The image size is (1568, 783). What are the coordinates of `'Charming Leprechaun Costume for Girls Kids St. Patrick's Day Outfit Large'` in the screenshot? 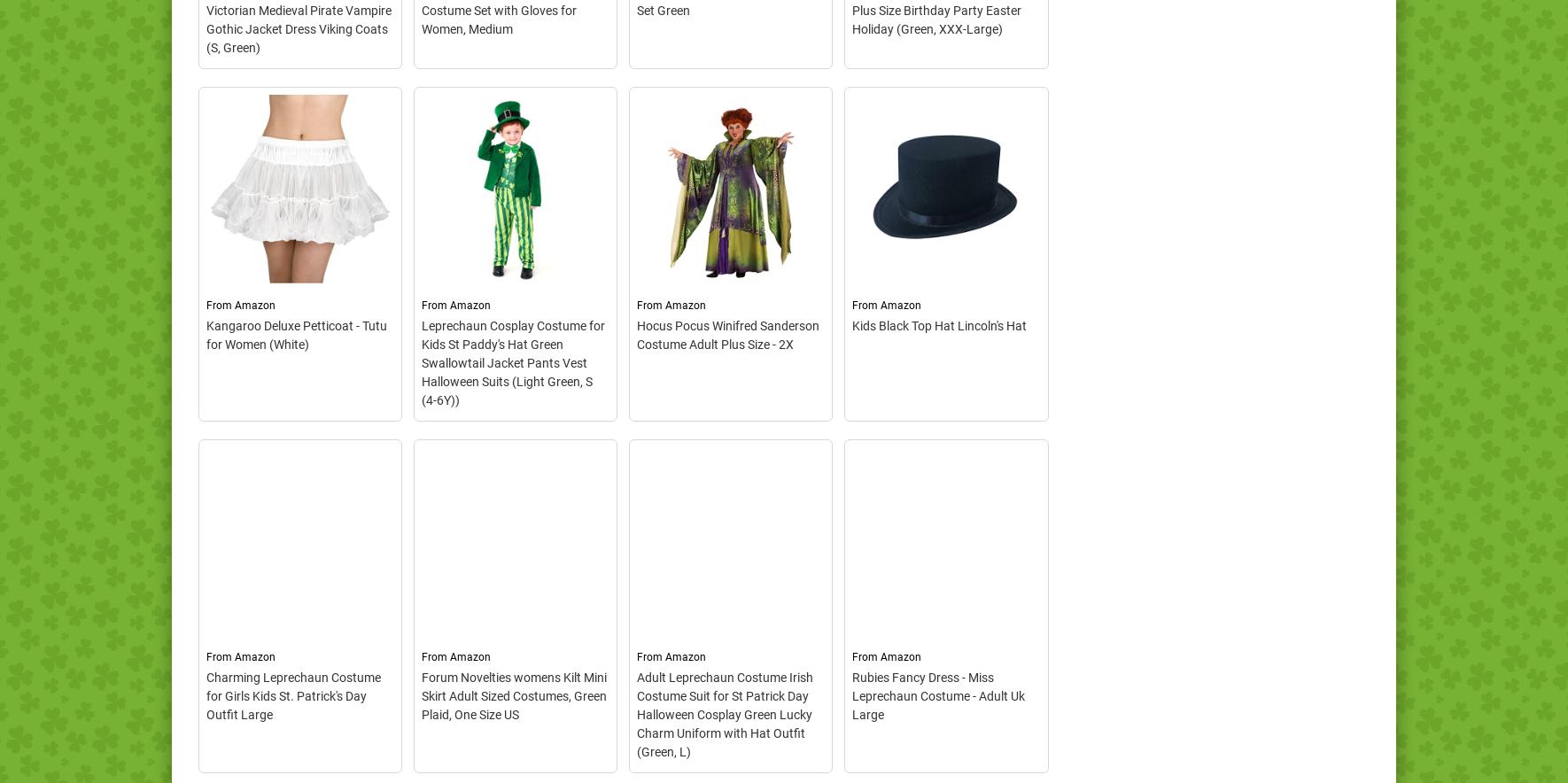 It's located at (292, 694).